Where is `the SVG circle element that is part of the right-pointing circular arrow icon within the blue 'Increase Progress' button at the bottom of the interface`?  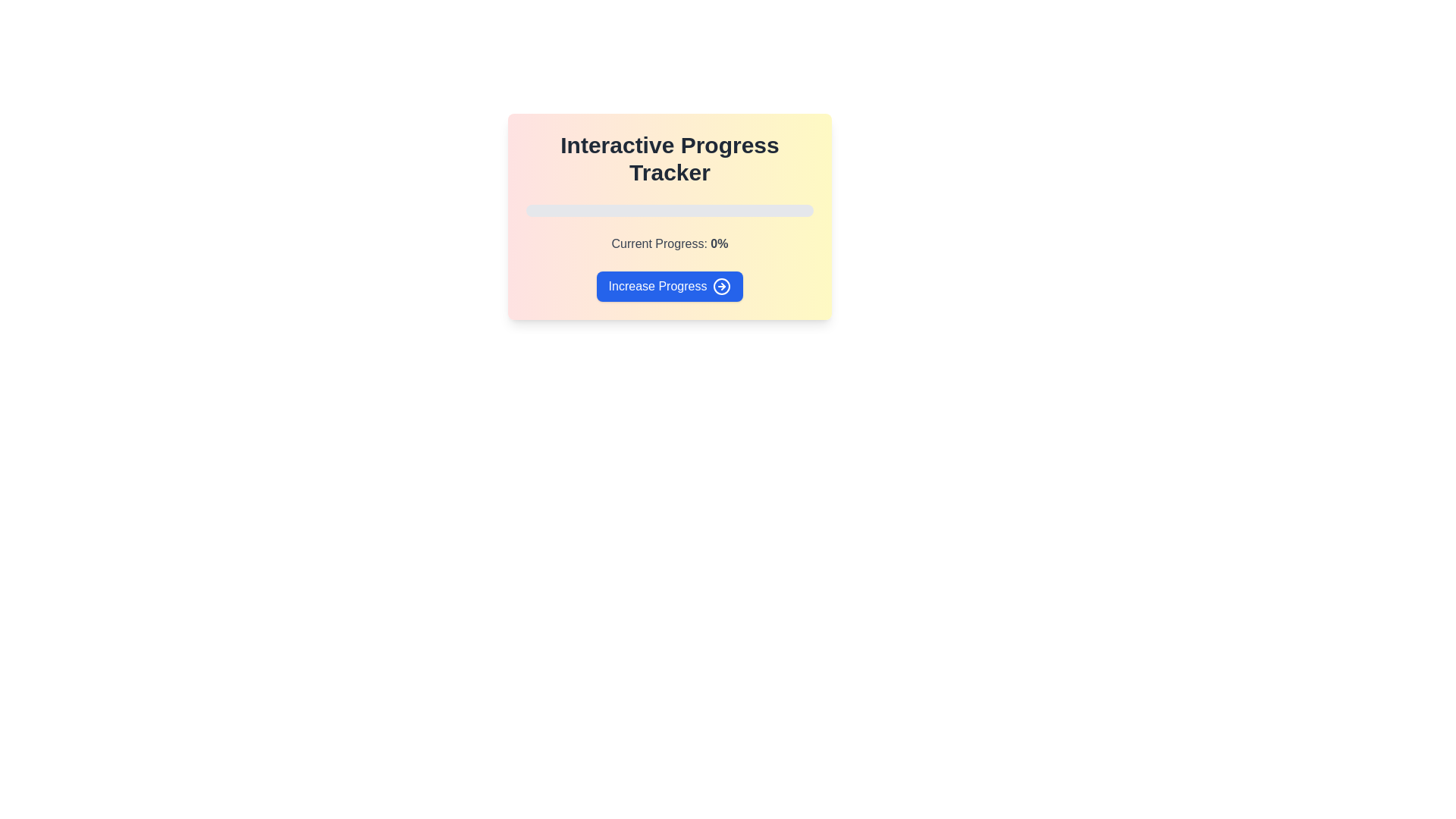
the SVG circle element that is part of the right-pointing circular arrow icon within the blue 'Increase Progress' button at the bottom of the interface is located at coordinates (721, 287).